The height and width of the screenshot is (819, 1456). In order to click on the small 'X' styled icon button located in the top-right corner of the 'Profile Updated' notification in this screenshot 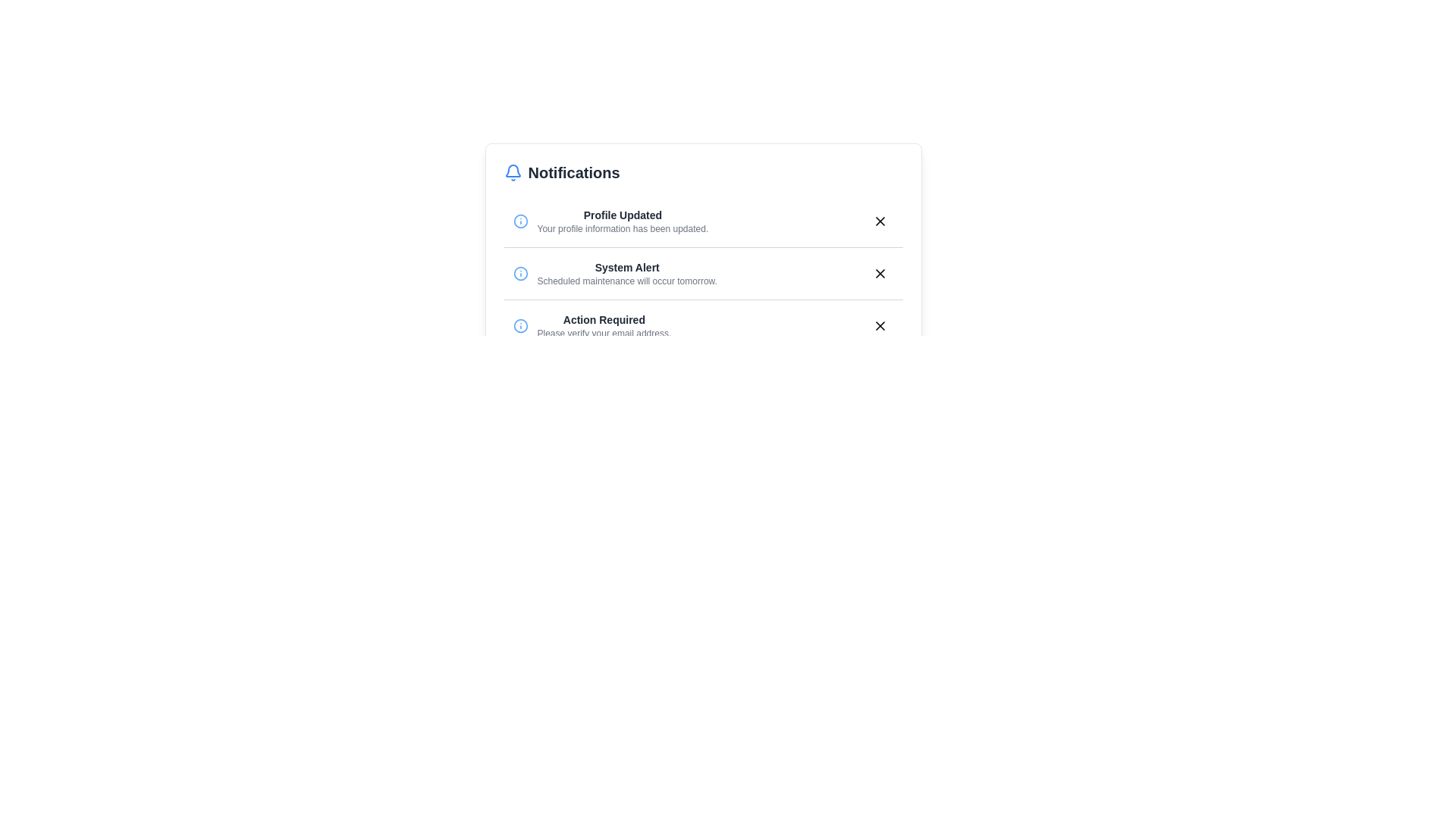, I will do `click(880, 221)`.